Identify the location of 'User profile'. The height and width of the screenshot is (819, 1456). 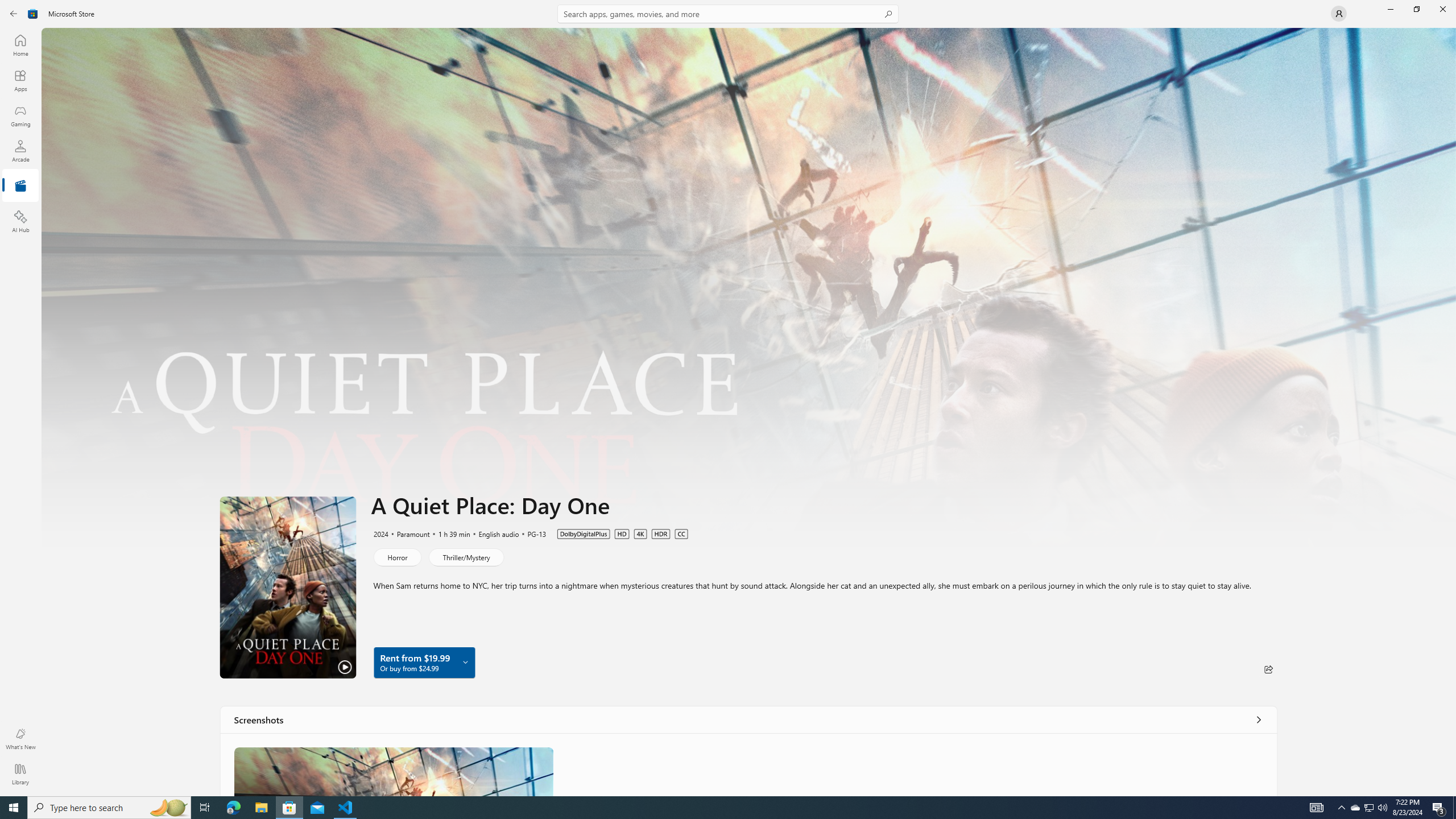
(1338, 13).